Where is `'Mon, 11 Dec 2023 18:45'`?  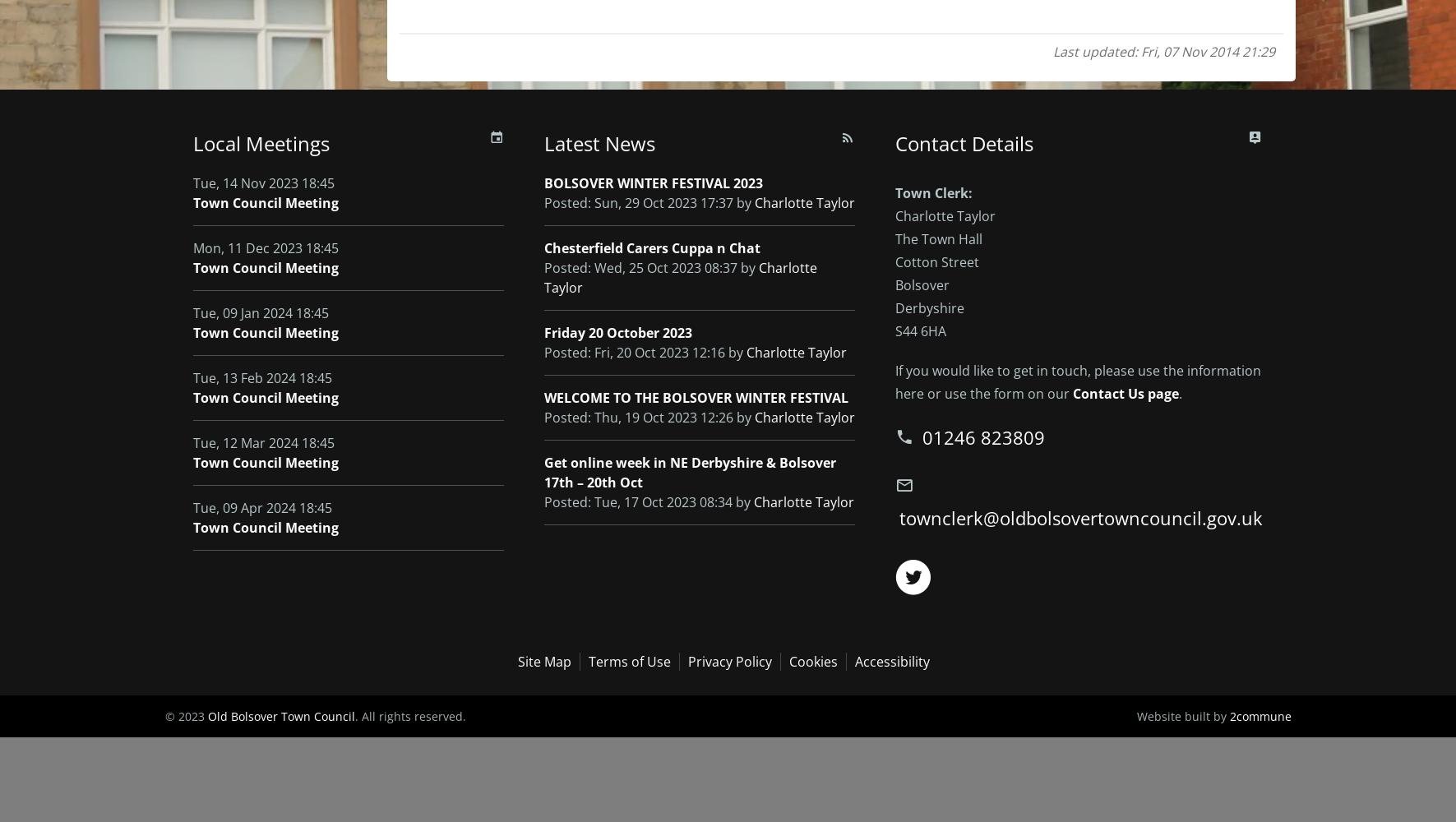 'Mon, 11 Dec 2023 18:45' is located at coordinates (264, 248).